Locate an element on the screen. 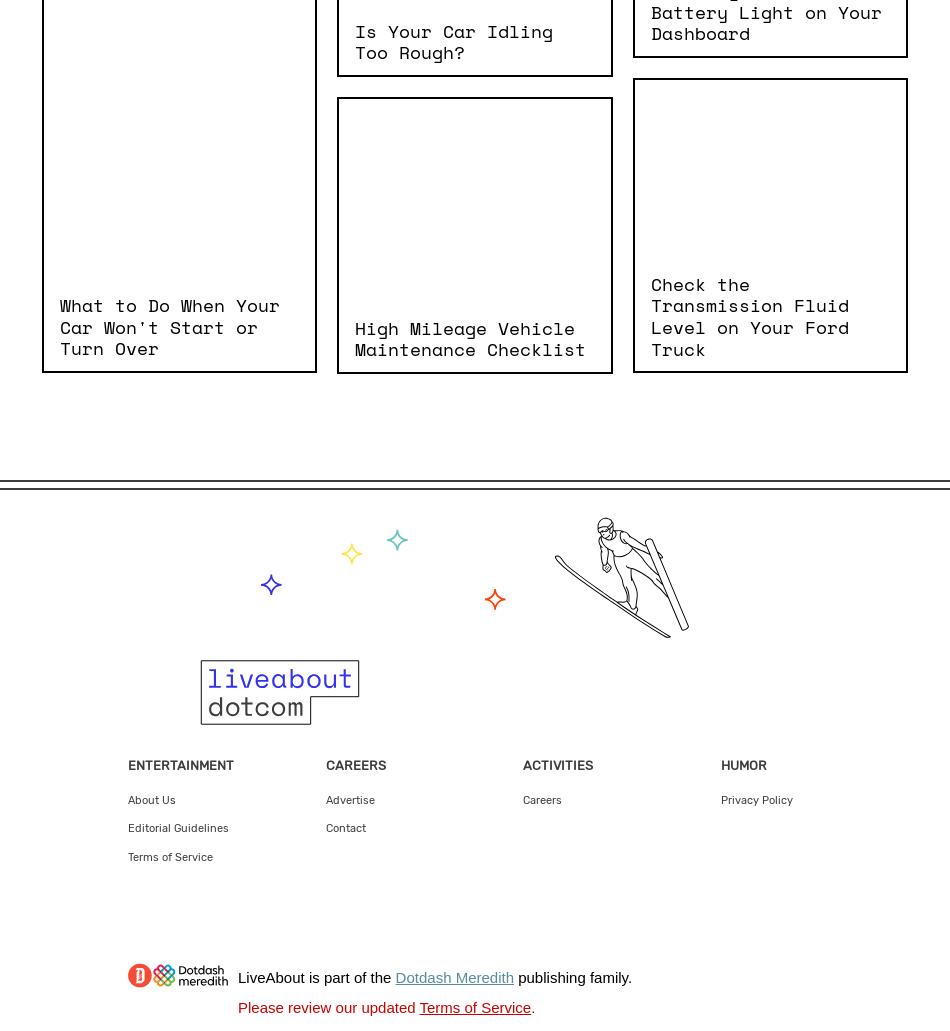 The image size is (950, 1031). 'Entertainment' is located at coordinates (180, 763).